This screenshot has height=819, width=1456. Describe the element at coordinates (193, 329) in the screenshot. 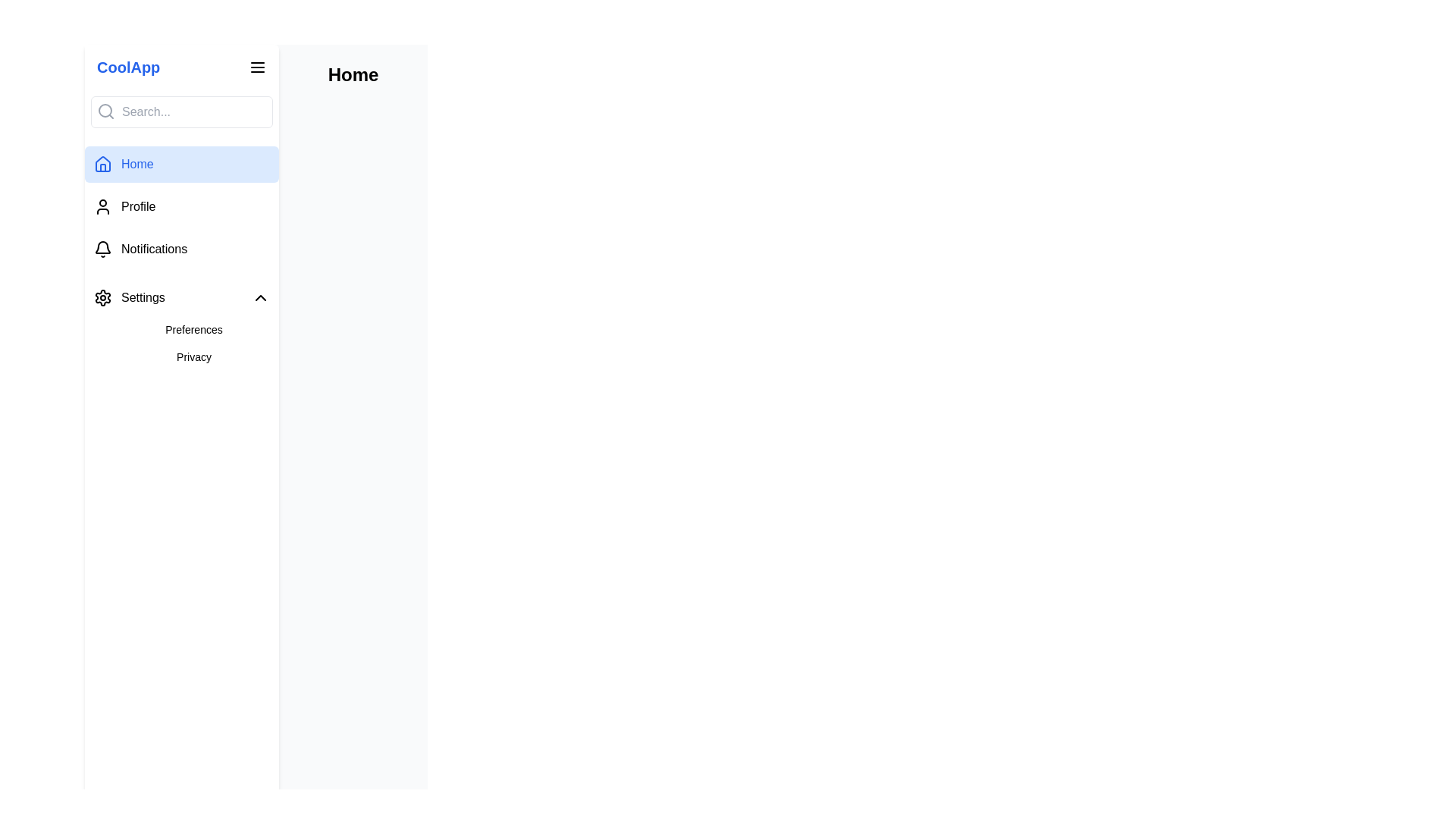

I see `the 'Preferences' text label located in the left sidebar, positioned above the 'Privacy' item` at that location.